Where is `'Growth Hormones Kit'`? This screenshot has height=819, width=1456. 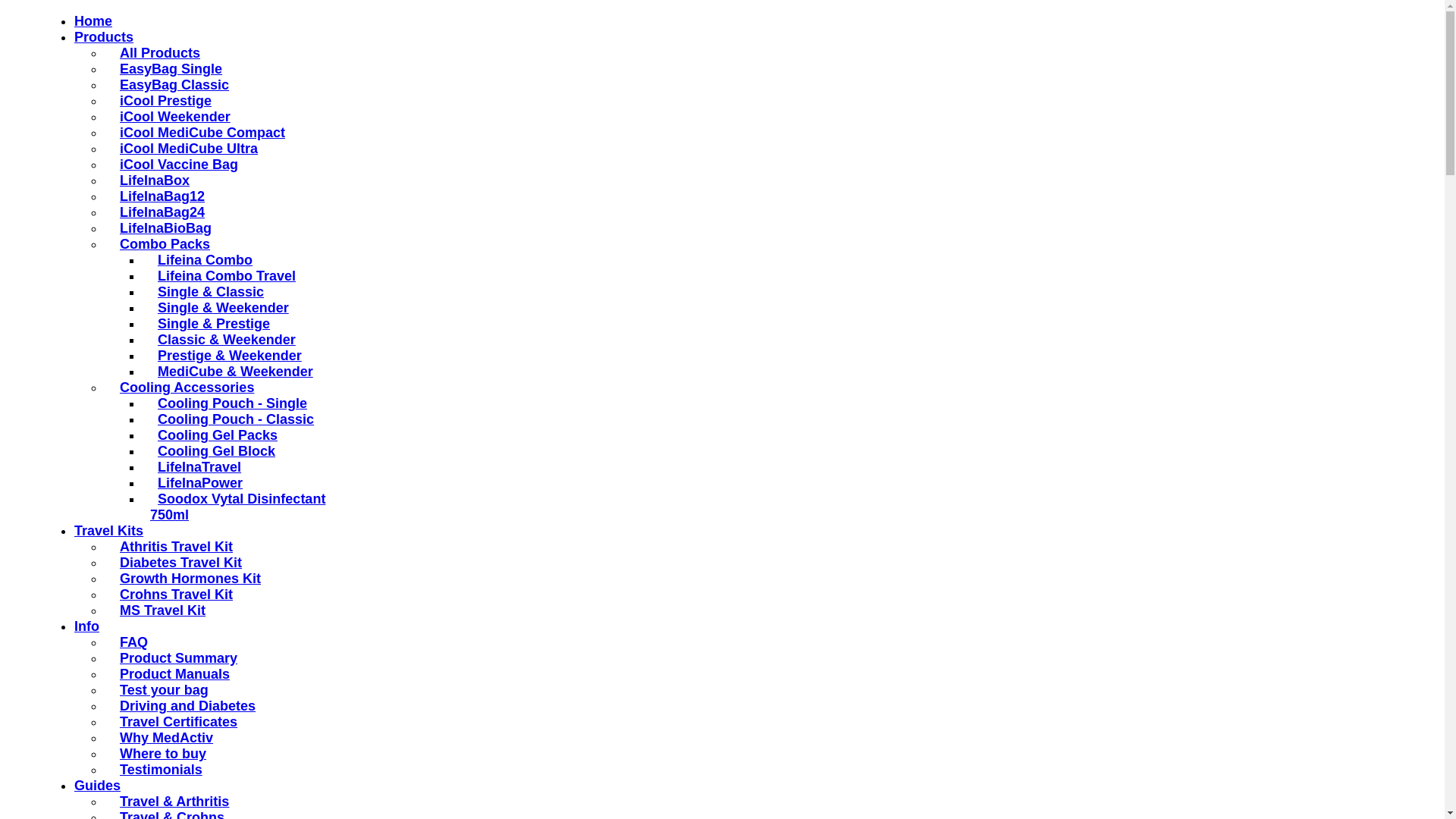 'Growth Hormones Kit' is located at coordinates (185, 579).